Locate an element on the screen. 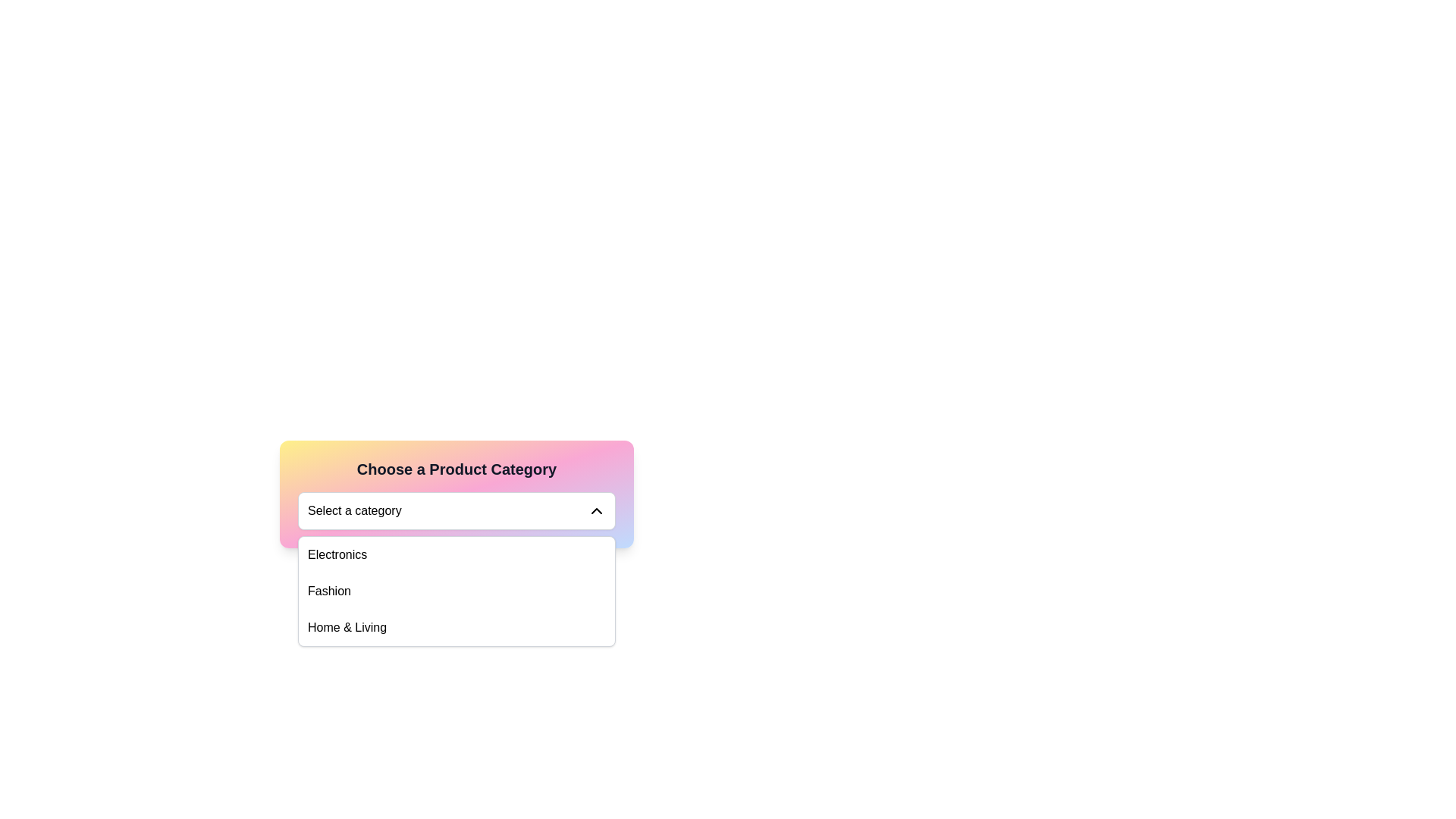 The width and height of the screenshot is (1456, 819). the icon next to the 'Select a category' dropdown button is located at coordinates (596, 511).